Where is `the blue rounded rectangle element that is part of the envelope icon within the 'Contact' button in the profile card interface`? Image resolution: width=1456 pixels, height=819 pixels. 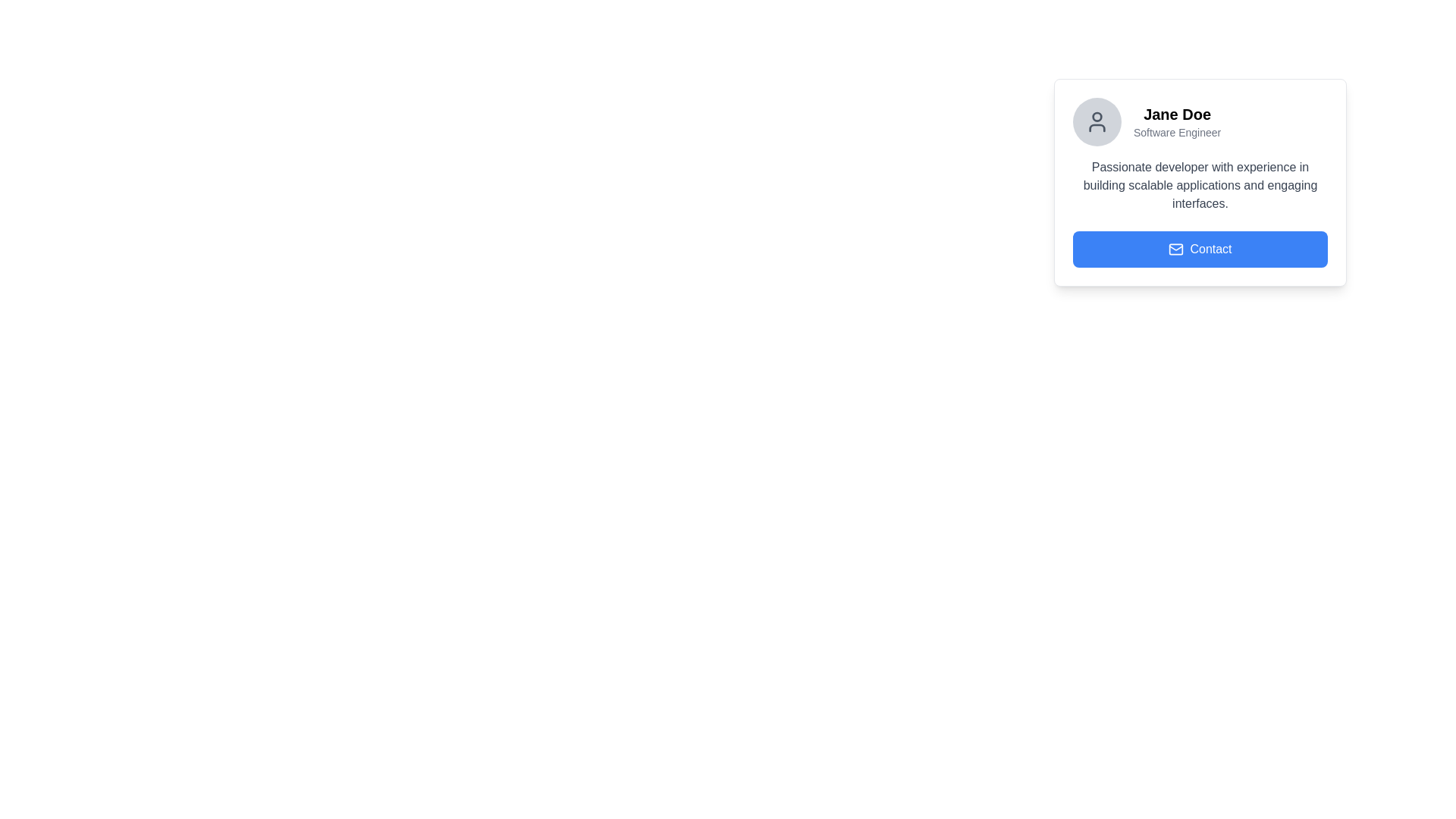
the blue rounded rectangle element that is part of the envelope icon within the 'Contact' button in the profile card interface is located at coordinates (1175, 248).